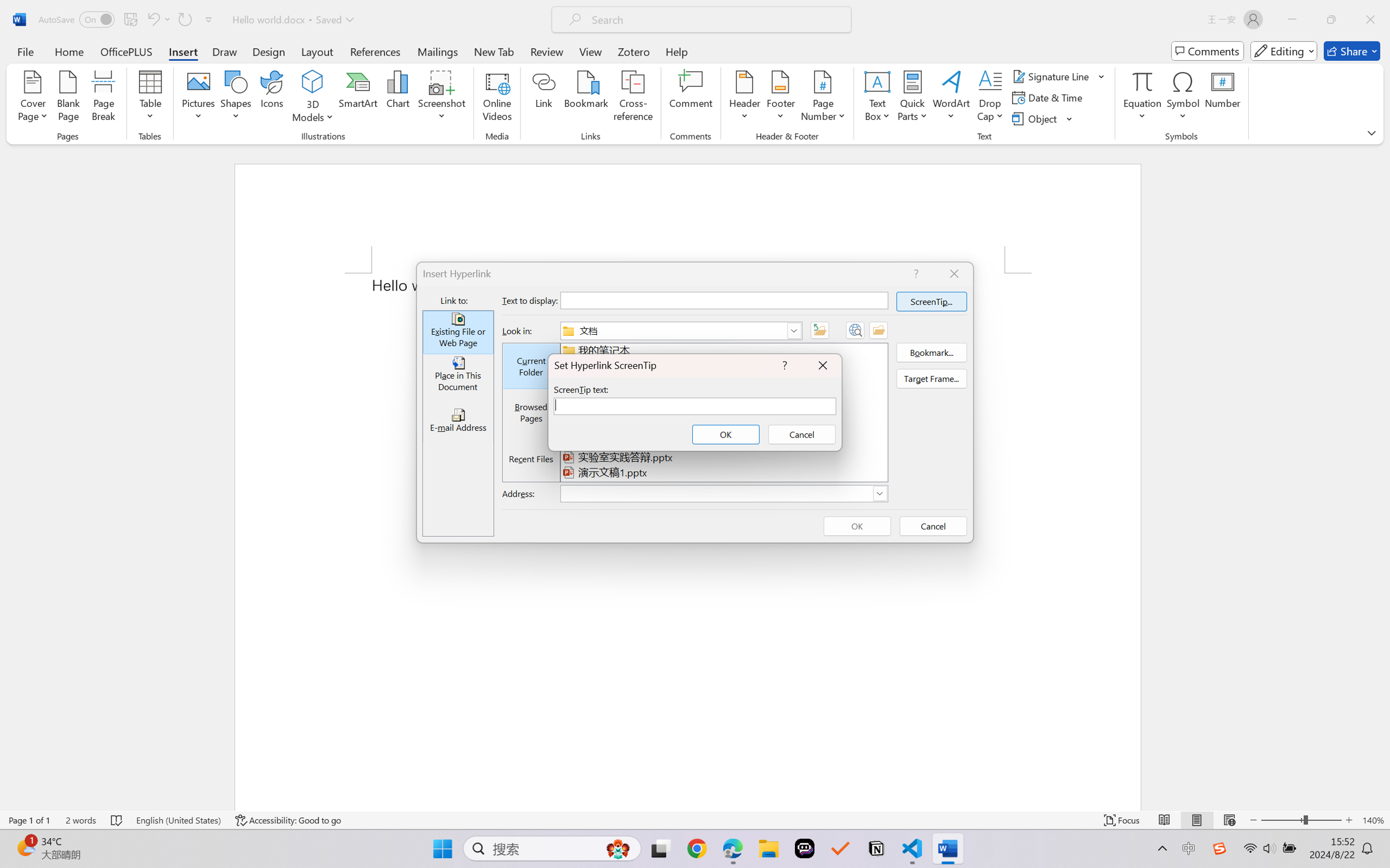 This screenshot has height=868, width=1390. What do you see at coordinates (117, 820) in the screenshot?
I see `'Spelling and Grammar Check No Errors'` at bounding box center [117, 820].